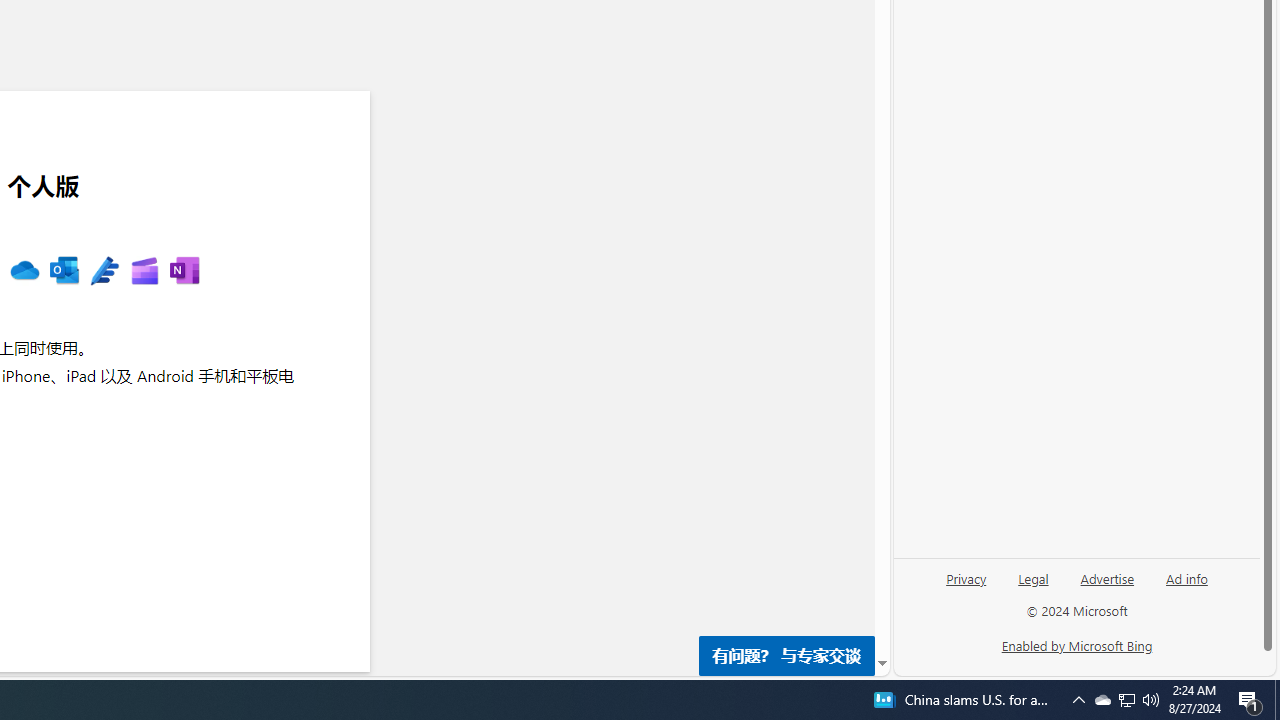  What do you see at coordinates (64, 271) in the screenshot?
I see `'MS Outlook '` at bounding box center [64, 271].